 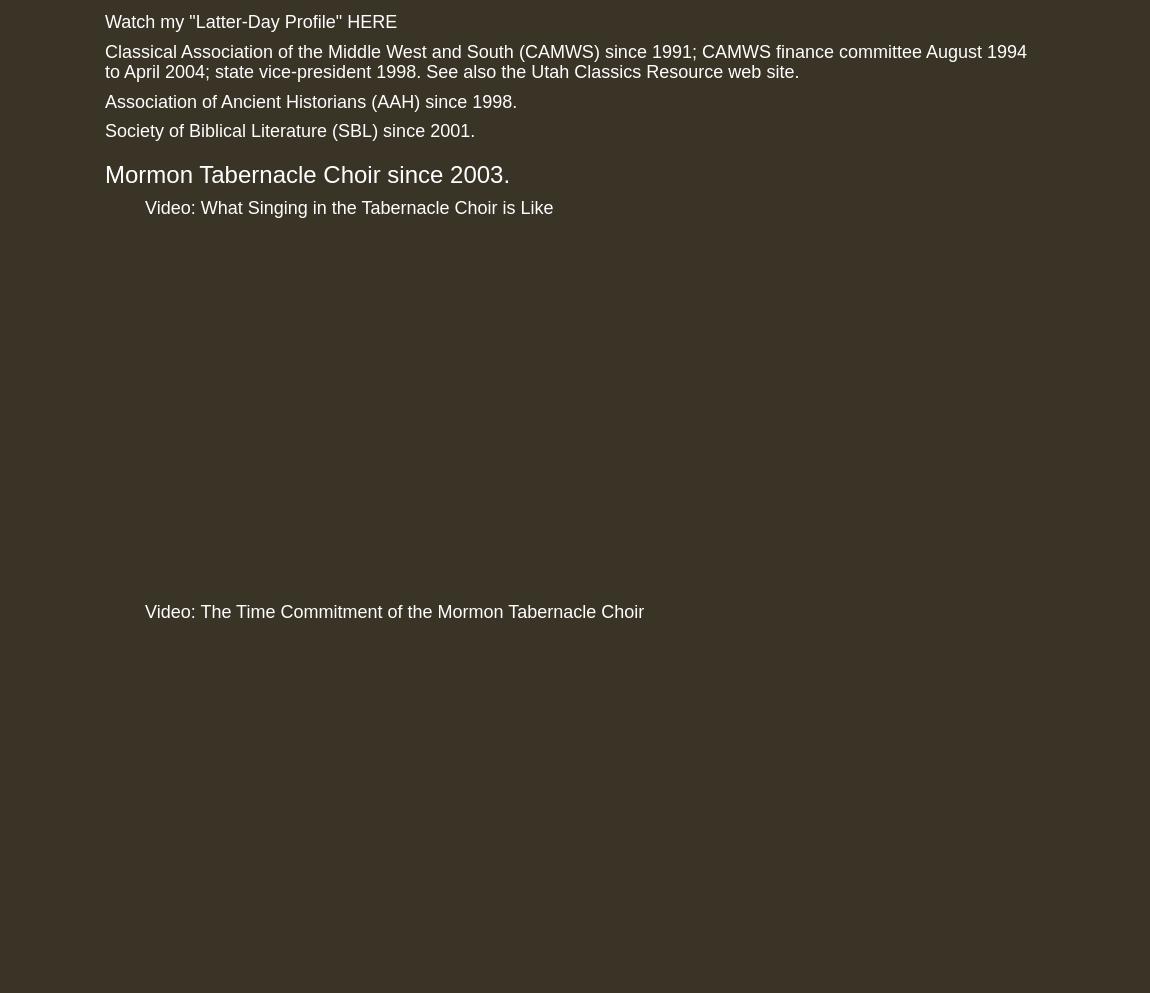 What do you see at coordinates (379, 173) in the screenshot?
I see `'since 2003.'` at bounding box center [379, 173].